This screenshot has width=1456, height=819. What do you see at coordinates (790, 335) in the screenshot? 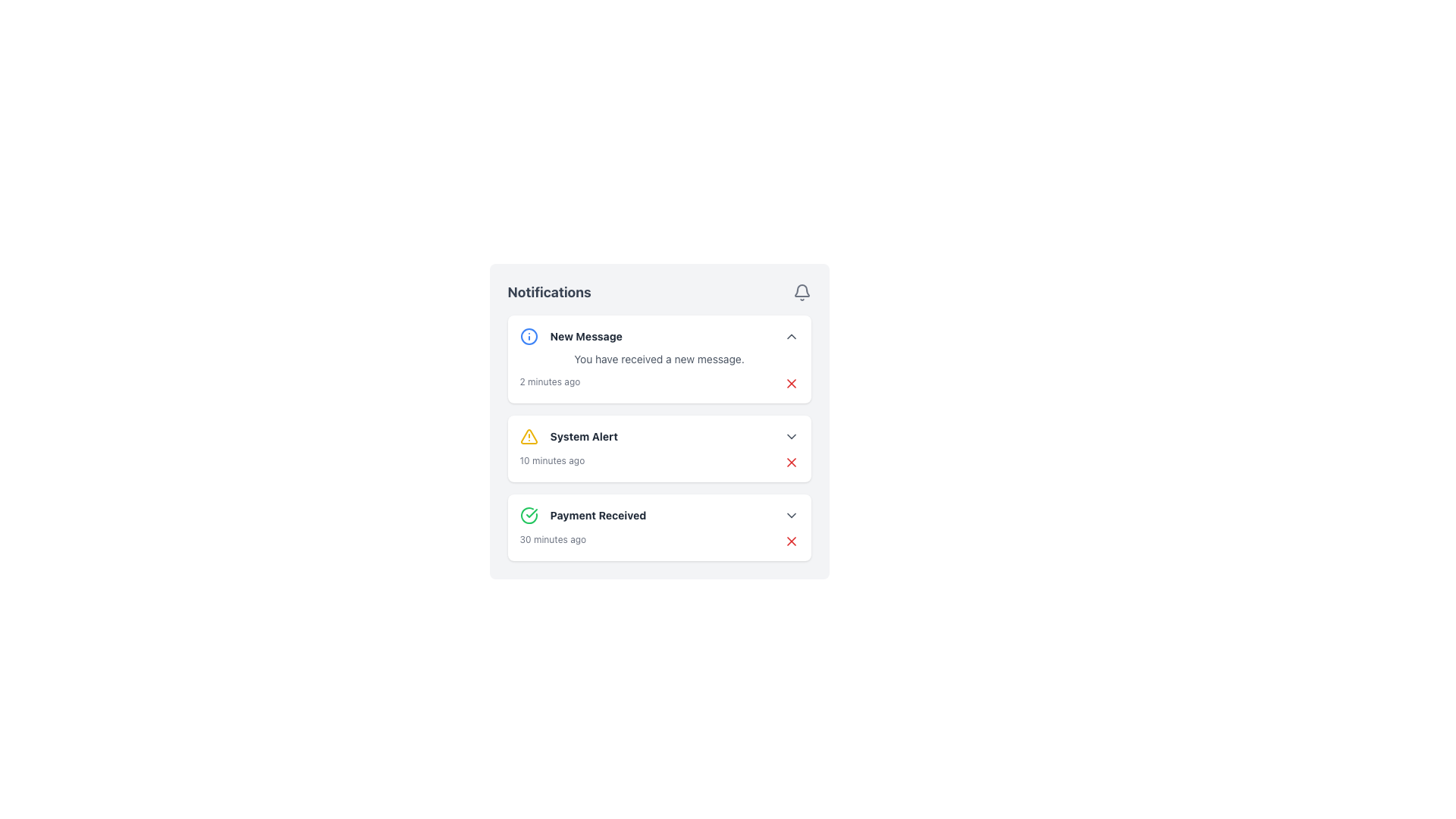
I see `the Toggle Button located at the top-right corner of the 'New Message' notification` at bounding box center [790, 335].